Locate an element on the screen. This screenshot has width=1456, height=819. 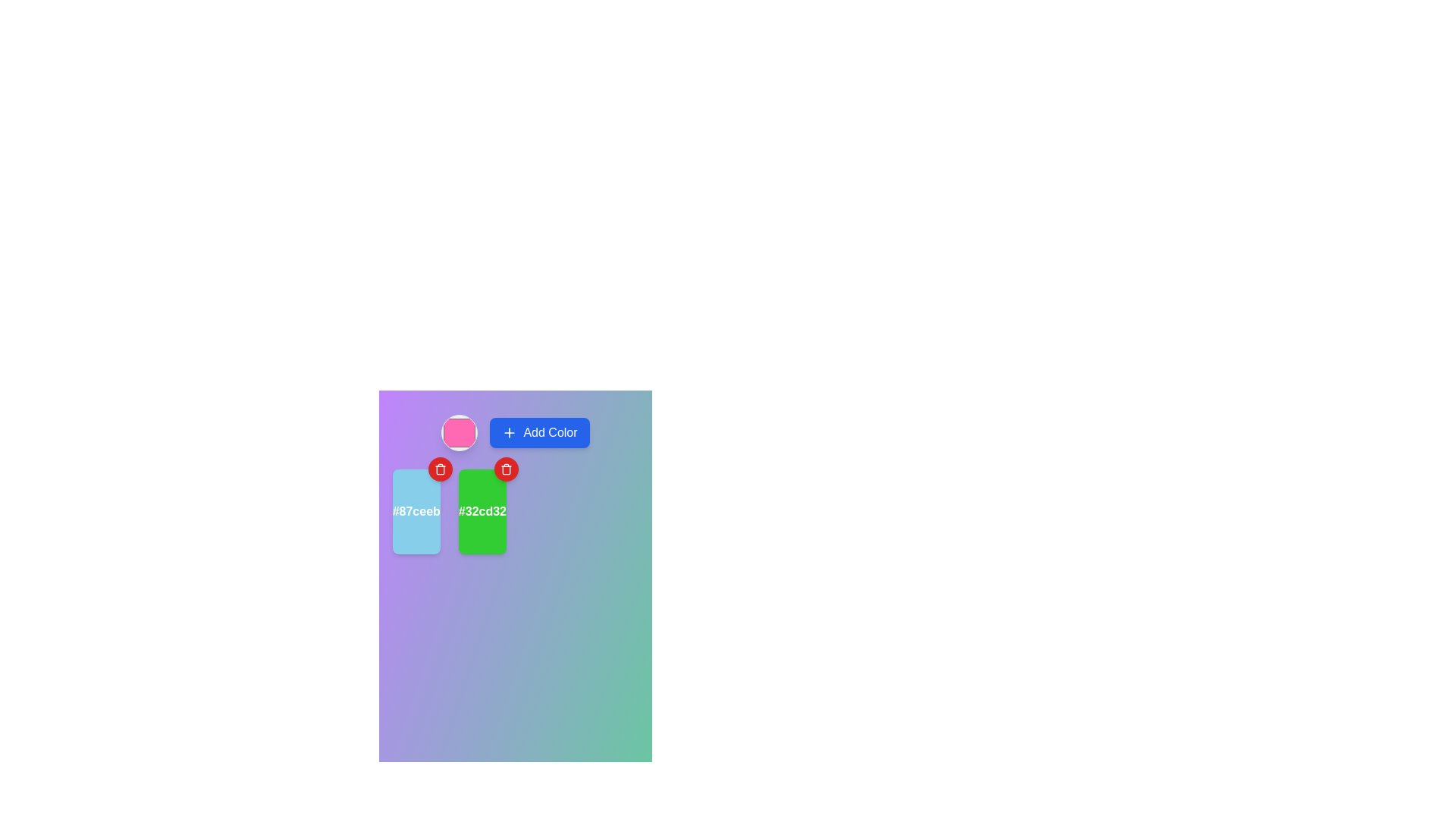
the 'Add Color' button which features a plus symbol icon, located towards the top right corner of the highlighted interface section is located at coordinates (510, 432).